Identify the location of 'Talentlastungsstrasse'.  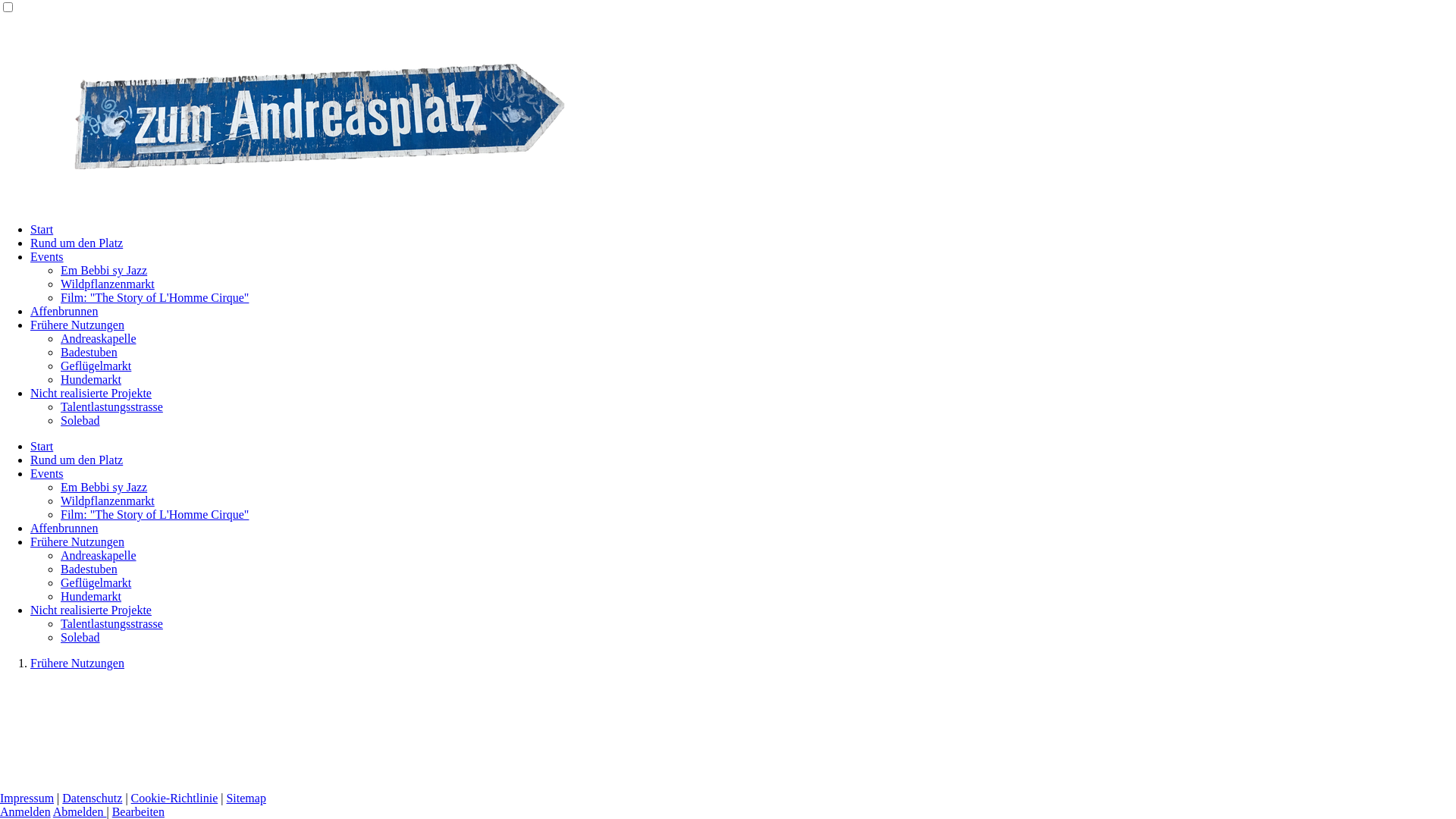
(111, 623).